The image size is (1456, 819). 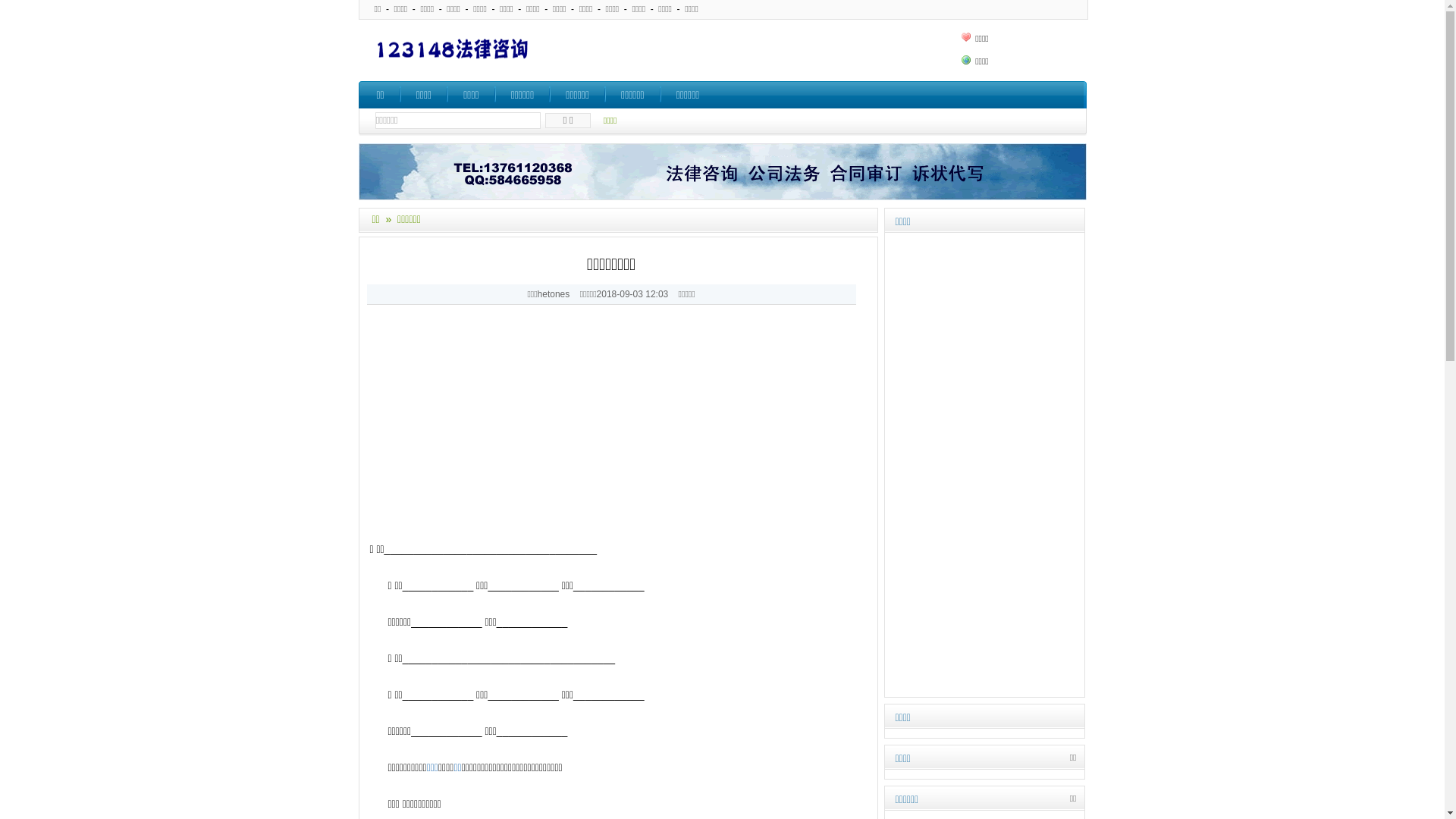 I want to click on 'Advertisement', so click(x=618, y=433).